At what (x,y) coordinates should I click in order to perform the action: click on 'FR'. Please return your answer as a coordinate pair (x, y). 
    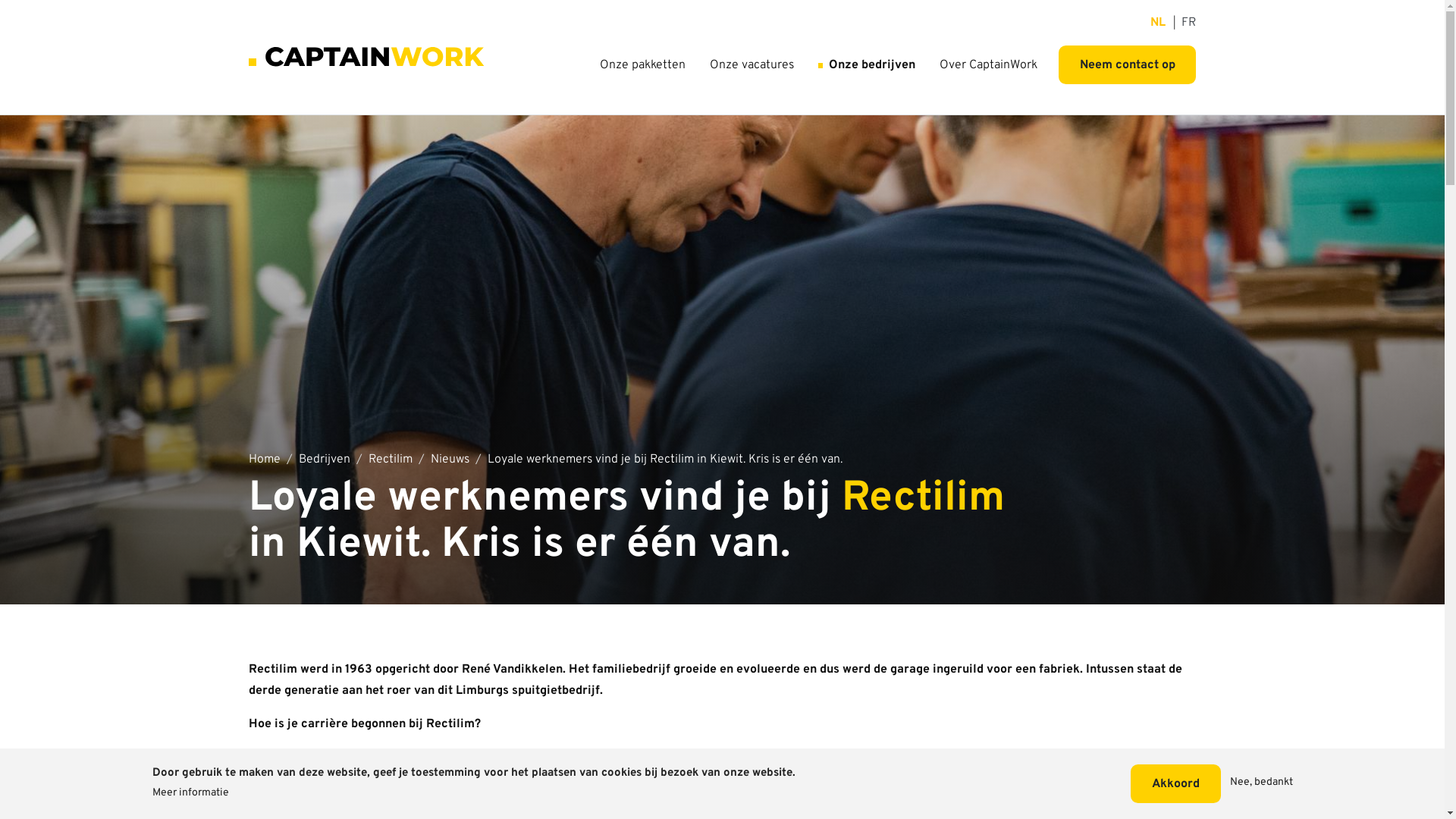
    Looking at the image, I should click on (1188, 23).